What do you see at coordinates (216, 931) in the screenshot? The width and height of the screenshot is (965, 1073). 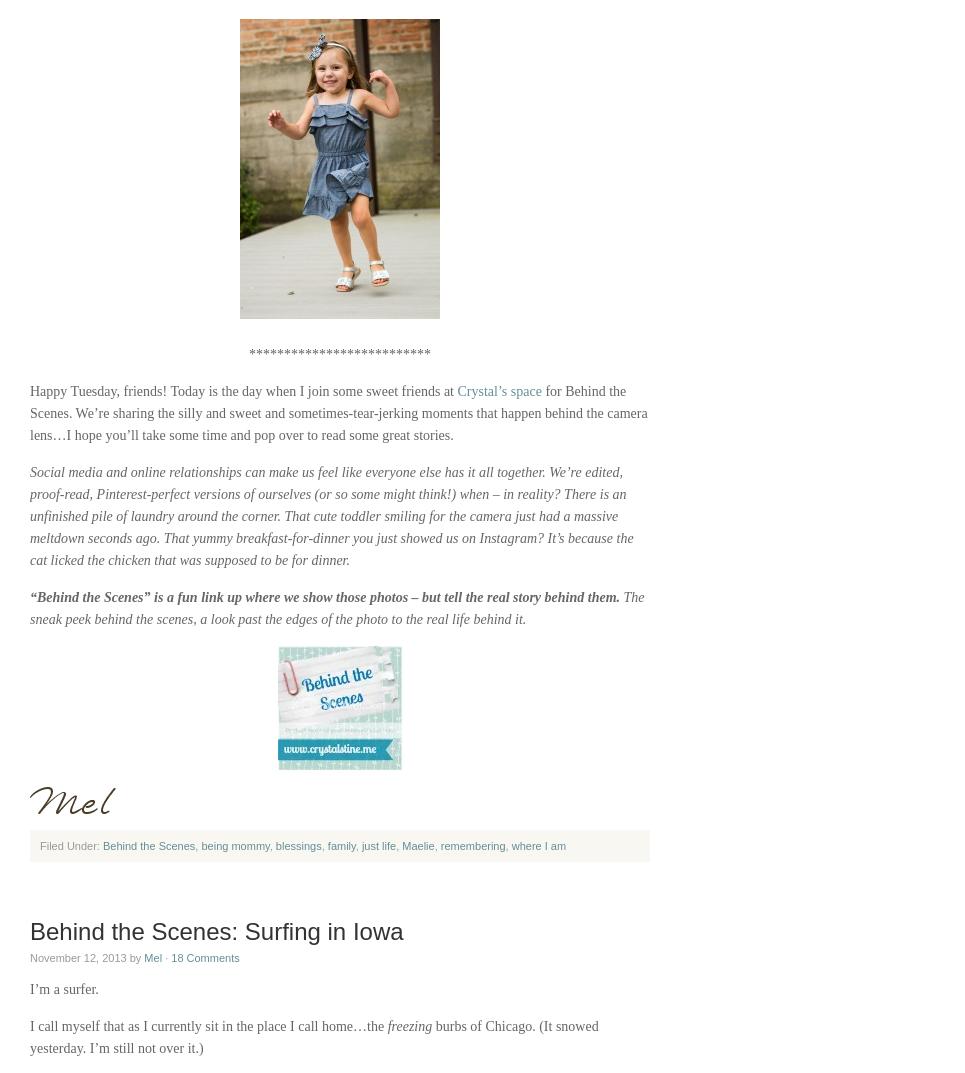 I see `'Behind the Scenes: Surfing in Iowa'` at bounding box center [216, 931].